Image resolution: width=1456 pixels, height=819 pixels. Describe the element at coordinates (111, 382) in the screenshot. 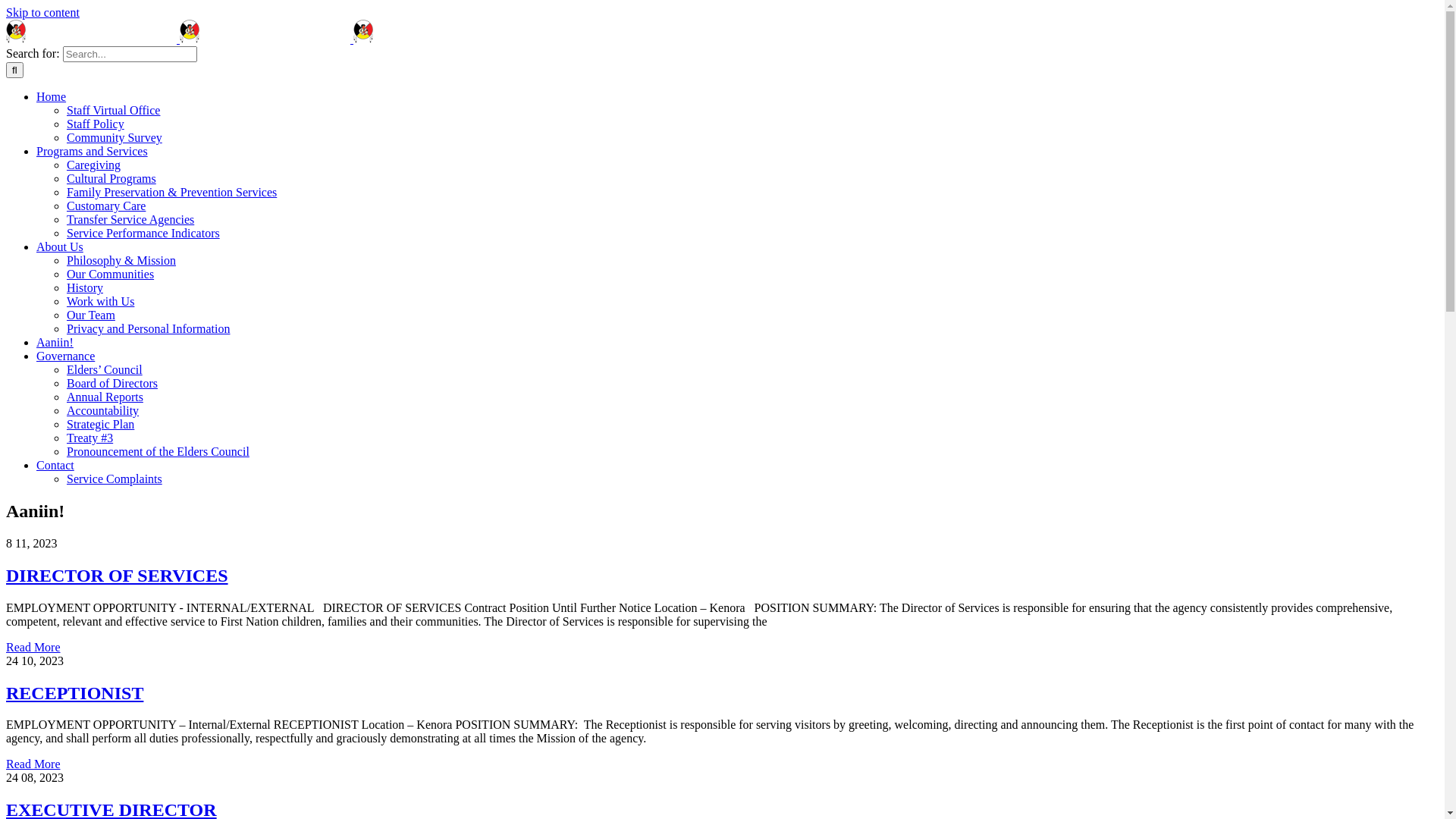

I see `'Board of Directors'` at that location.